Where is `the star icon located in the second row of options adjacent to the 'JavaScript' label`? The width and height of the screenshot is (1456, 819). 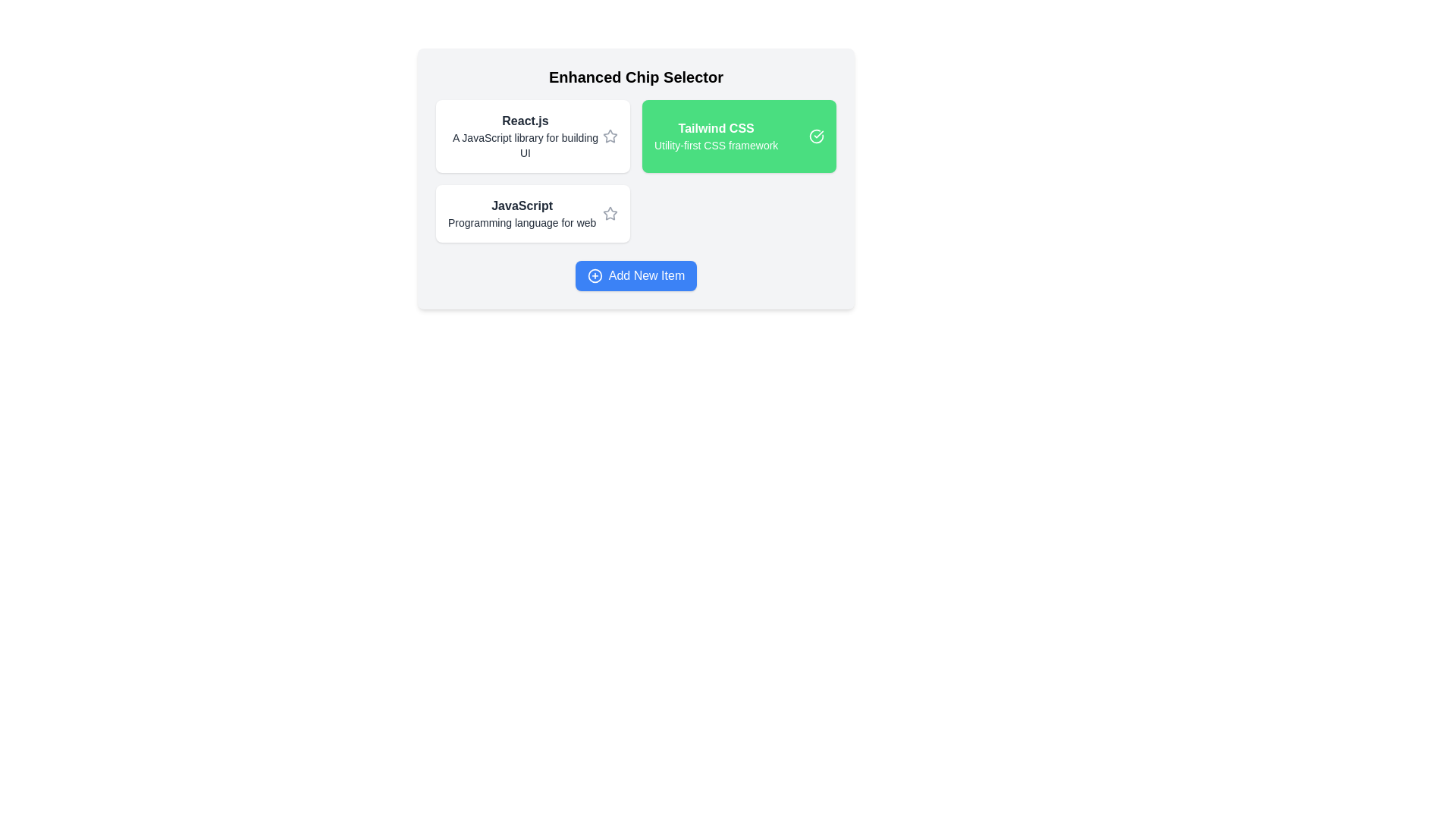 the star icon located in the second row of options adjacent to the 'JavaScript' label is located at coordinates (610, 213).